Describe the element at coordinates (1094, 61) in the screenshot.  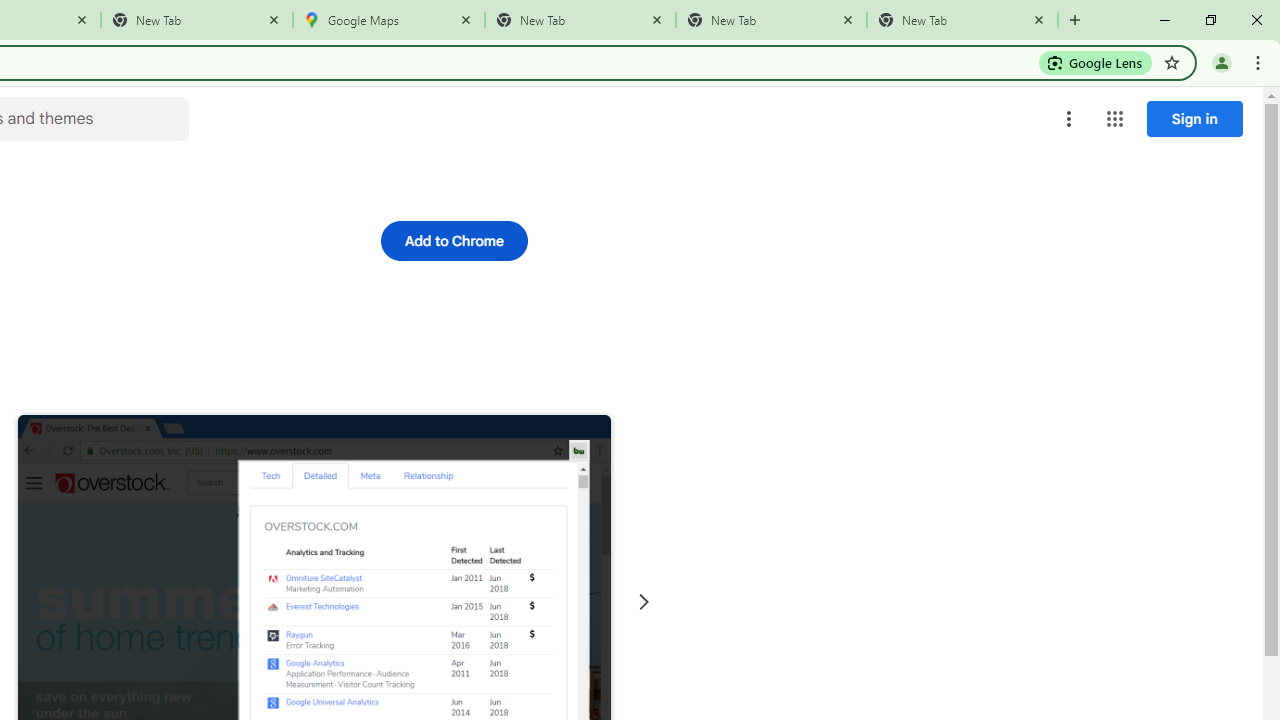
I see `'Search with Google Lens'` at that location.